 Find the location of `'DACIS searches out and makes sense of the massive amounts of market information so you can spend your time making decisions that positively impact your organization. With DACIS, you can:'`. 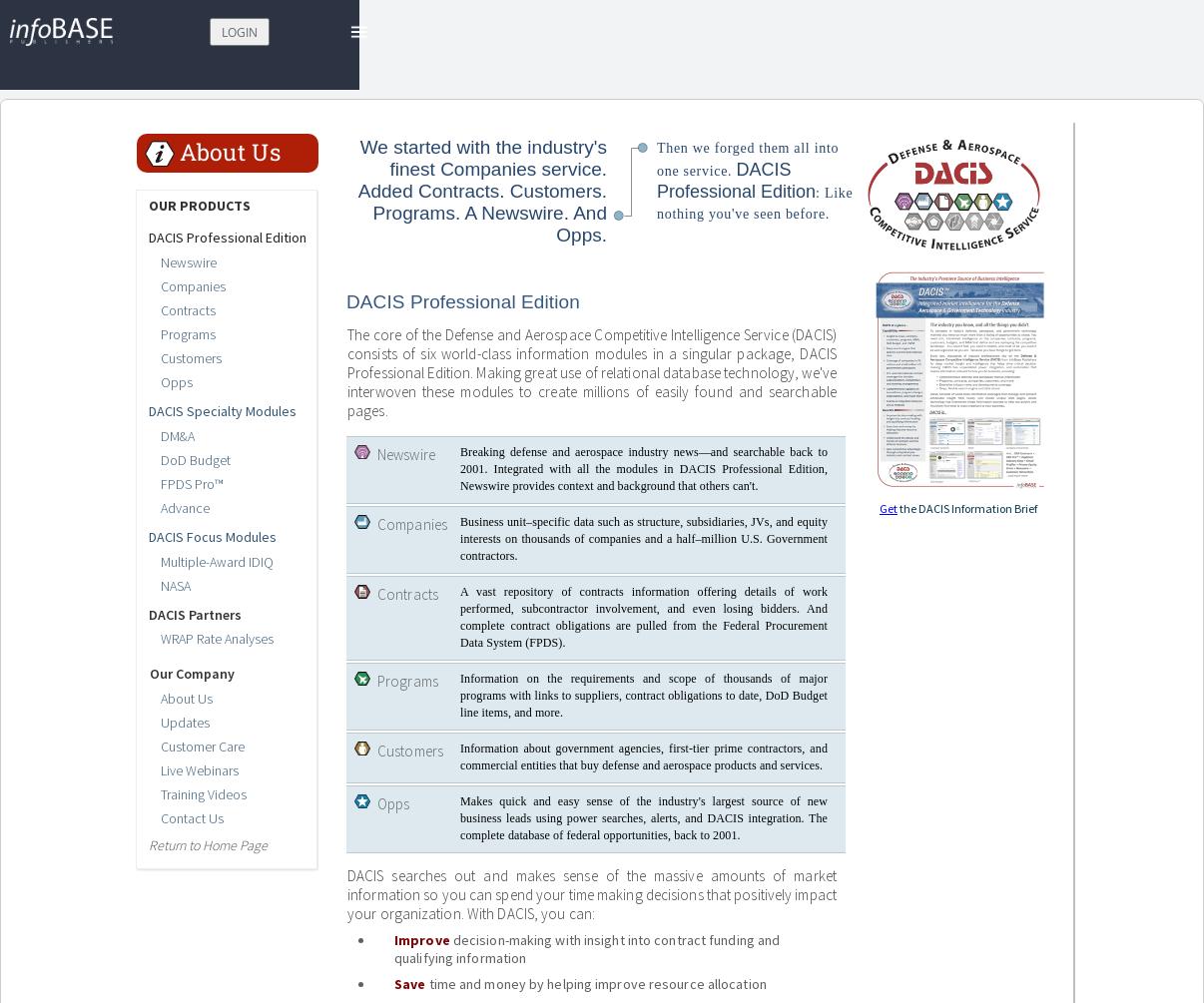

'DACIS searches out and makes sense of the massive amounts of market information so you can spend your time making decisions that positively impact your organization. With DACIS, you can:' is located at coordinates (347, 893).